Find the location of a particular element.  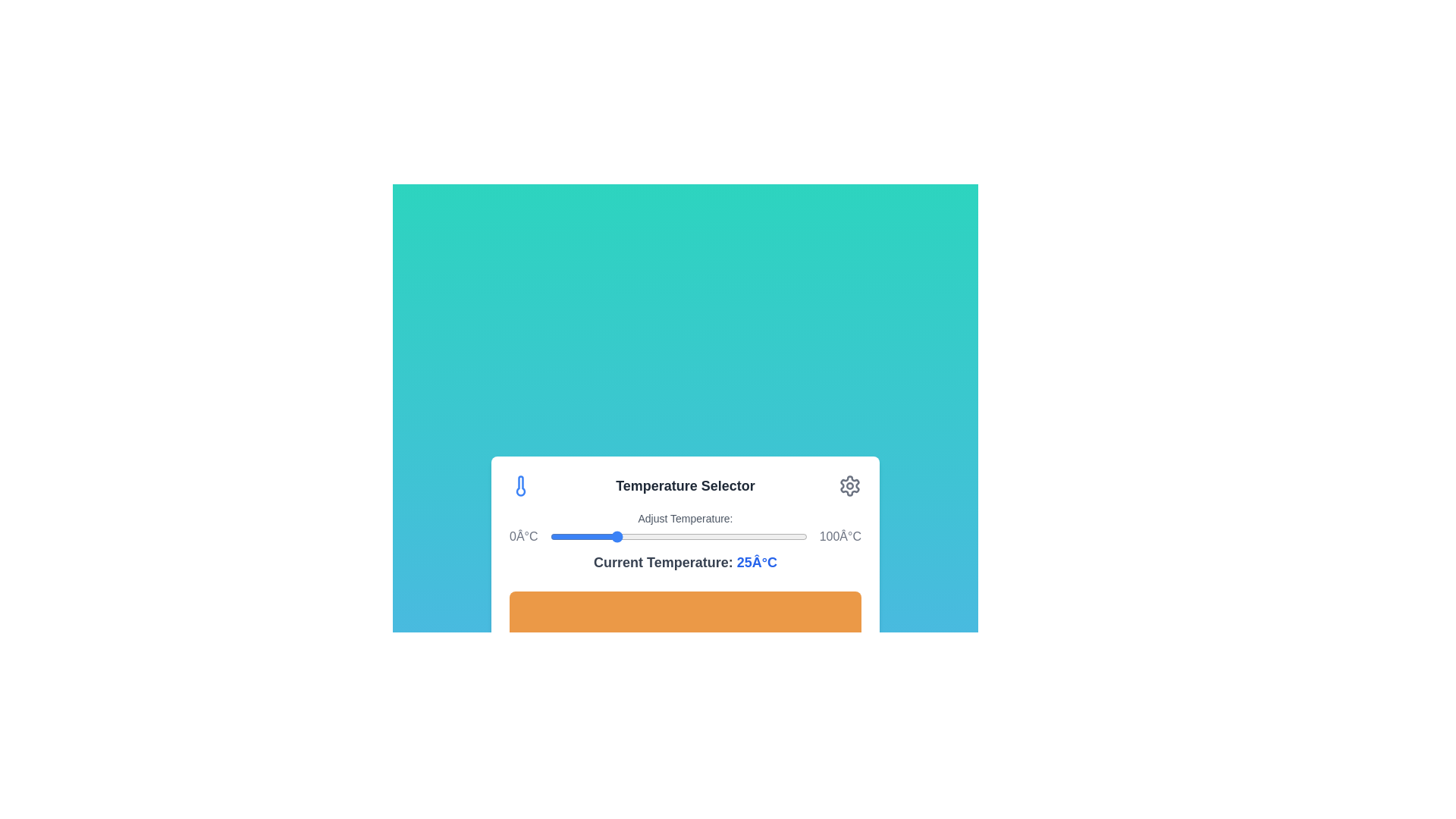

the settings icon to open the settings menu is located at coordinates (850, 485).